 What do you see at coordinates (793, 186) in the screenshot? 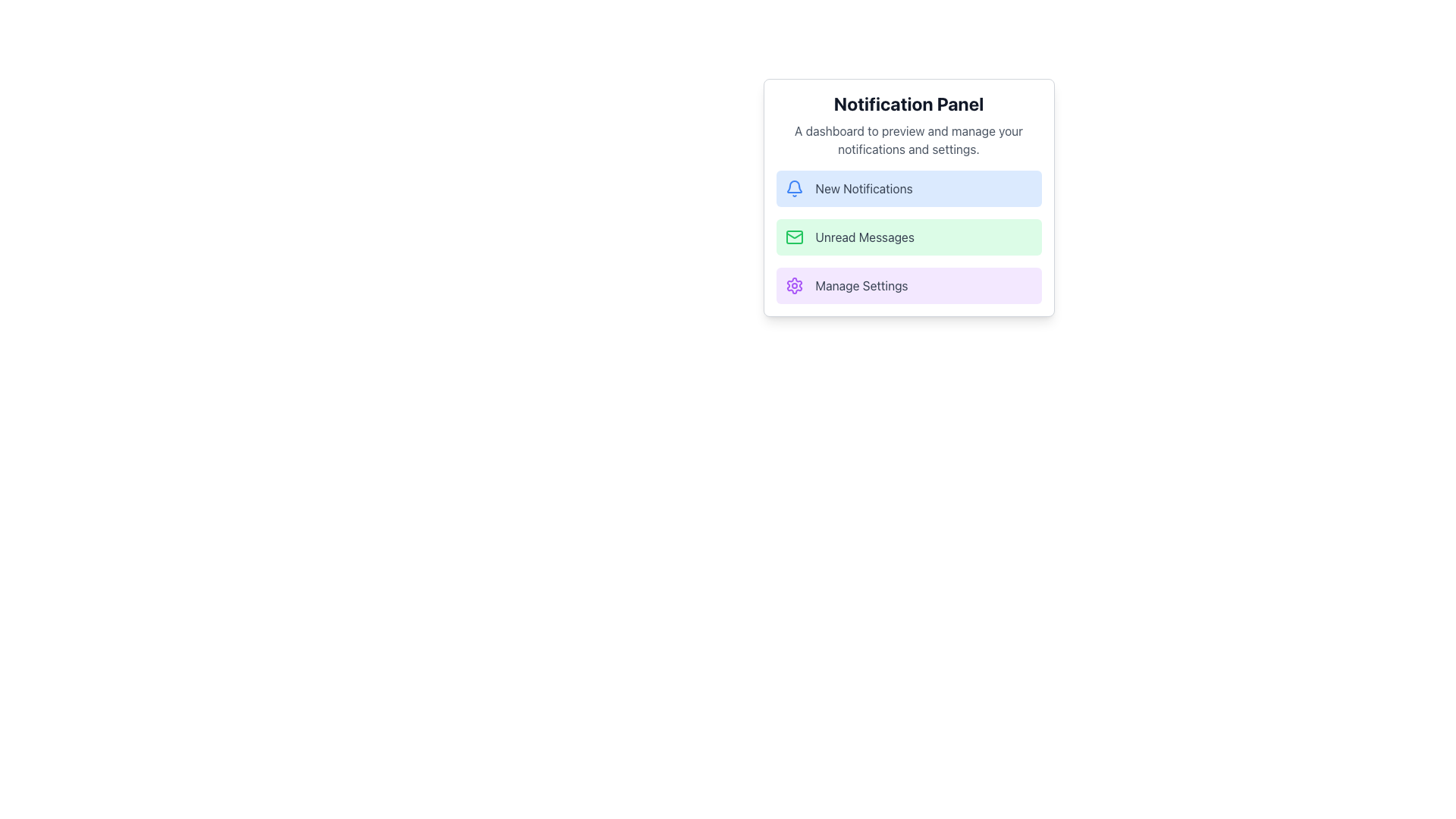
I see `the notification bell icon located in the notification panel, positioned to the left of the text 'New Notifications.'` at bounding box center [793, 186].